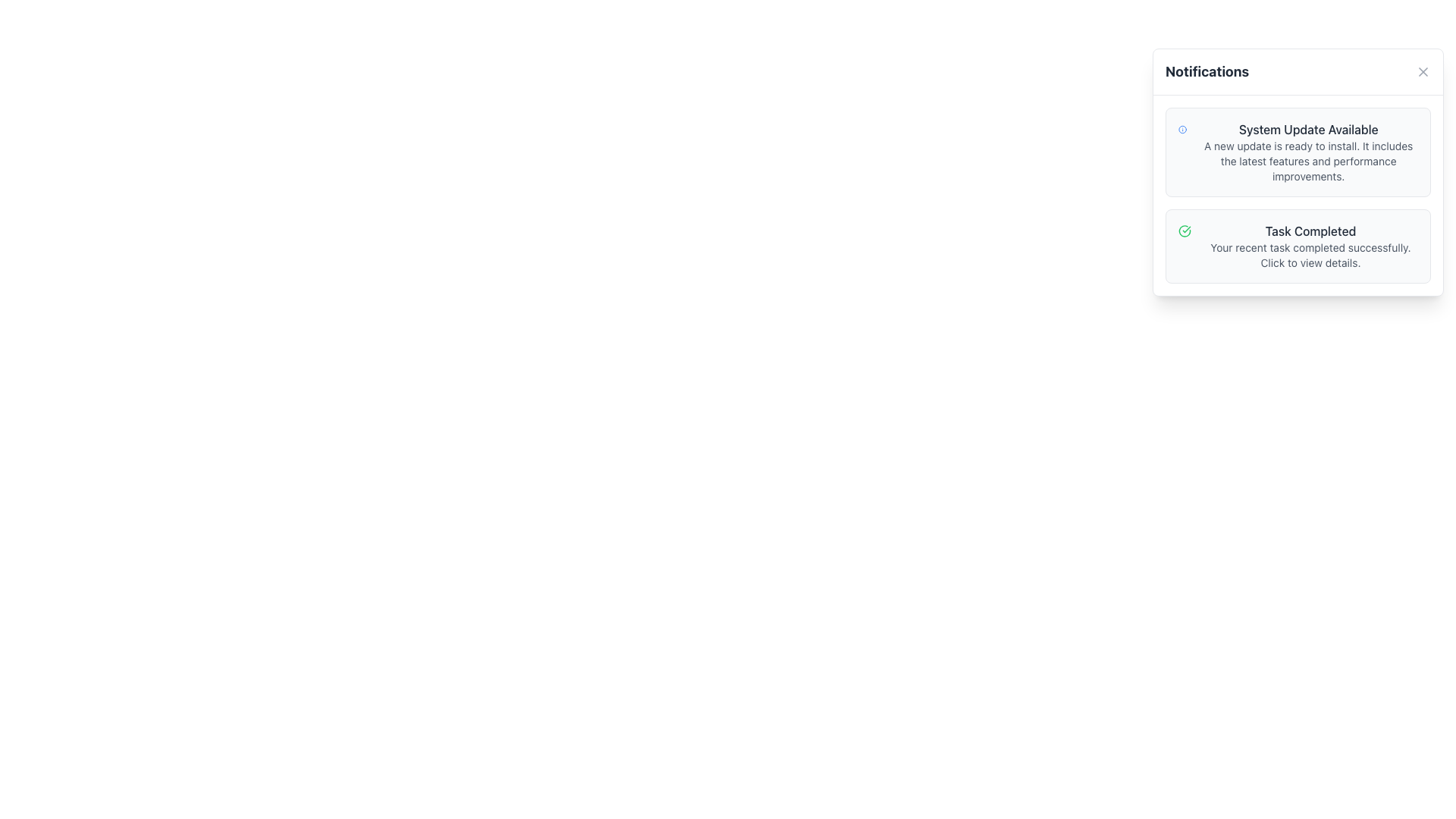 This screenshot has width=1456, height=819. Describe the element at coordinates (1310, 245) in the screenshot. I see `the notification message at the bottom of the notification panel` at that location.